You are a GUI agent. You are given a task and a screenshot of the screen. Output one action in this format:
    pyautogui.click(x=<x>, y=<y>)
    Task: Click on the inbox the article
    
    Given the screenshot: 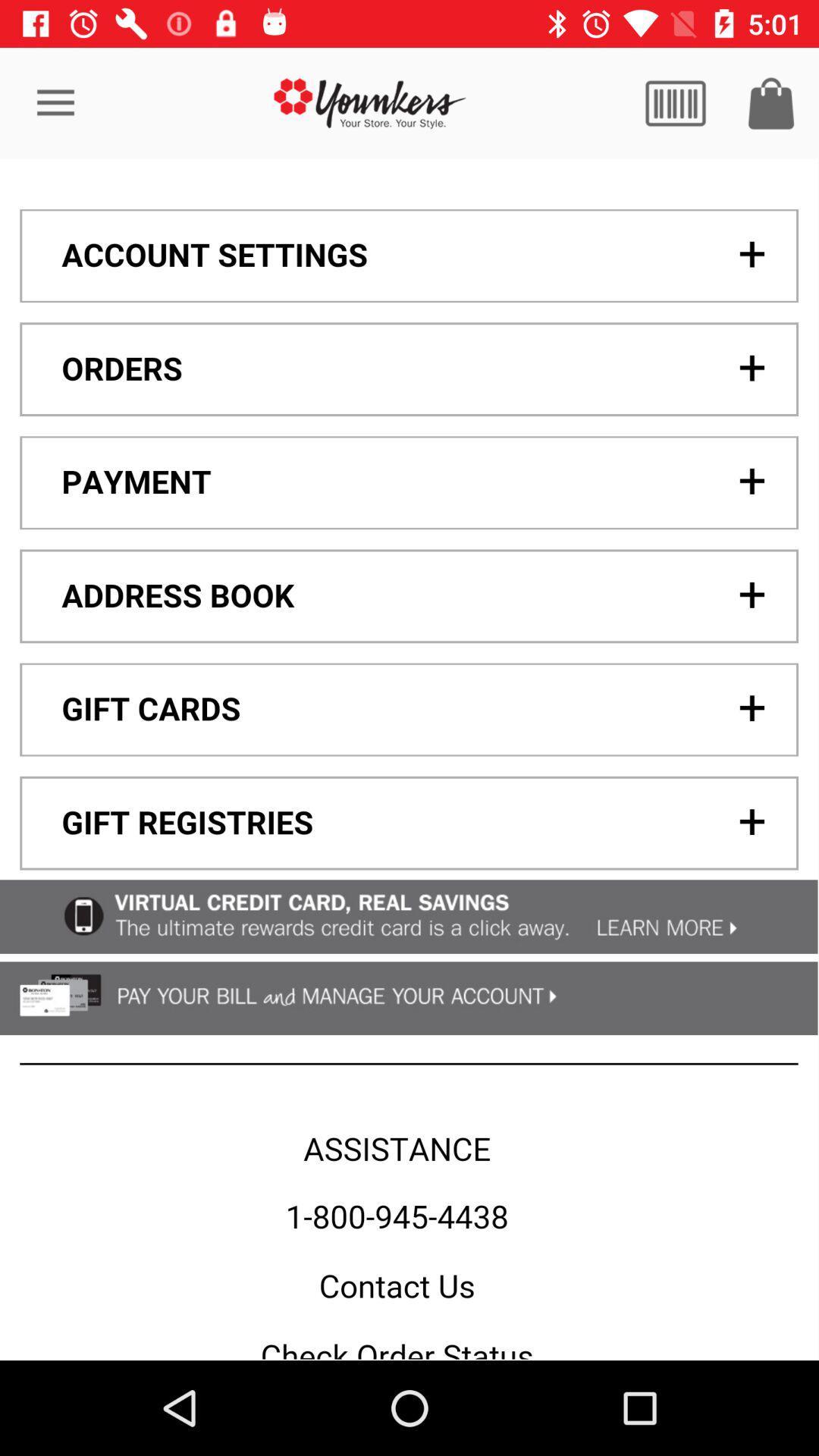 What is the action you would take?
    pyautogui.click(x=771, y=102)
    